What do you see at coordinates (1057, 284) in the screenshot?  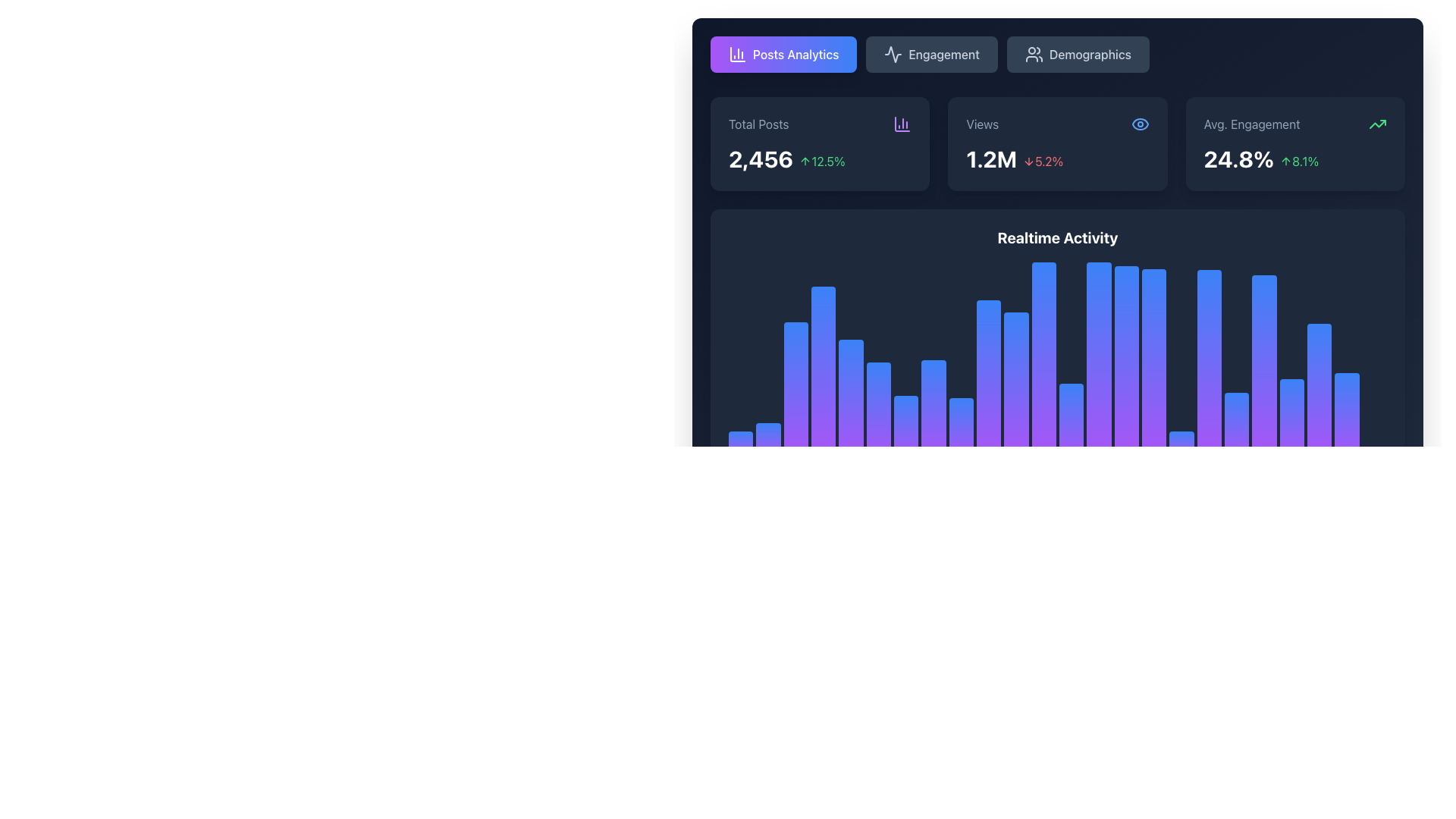 I see `the data point within the Data visualization block for detailed analytics, which is visually represented by a histogram labeled 'Realtime Activity'` at bounding box center [1057, 284].